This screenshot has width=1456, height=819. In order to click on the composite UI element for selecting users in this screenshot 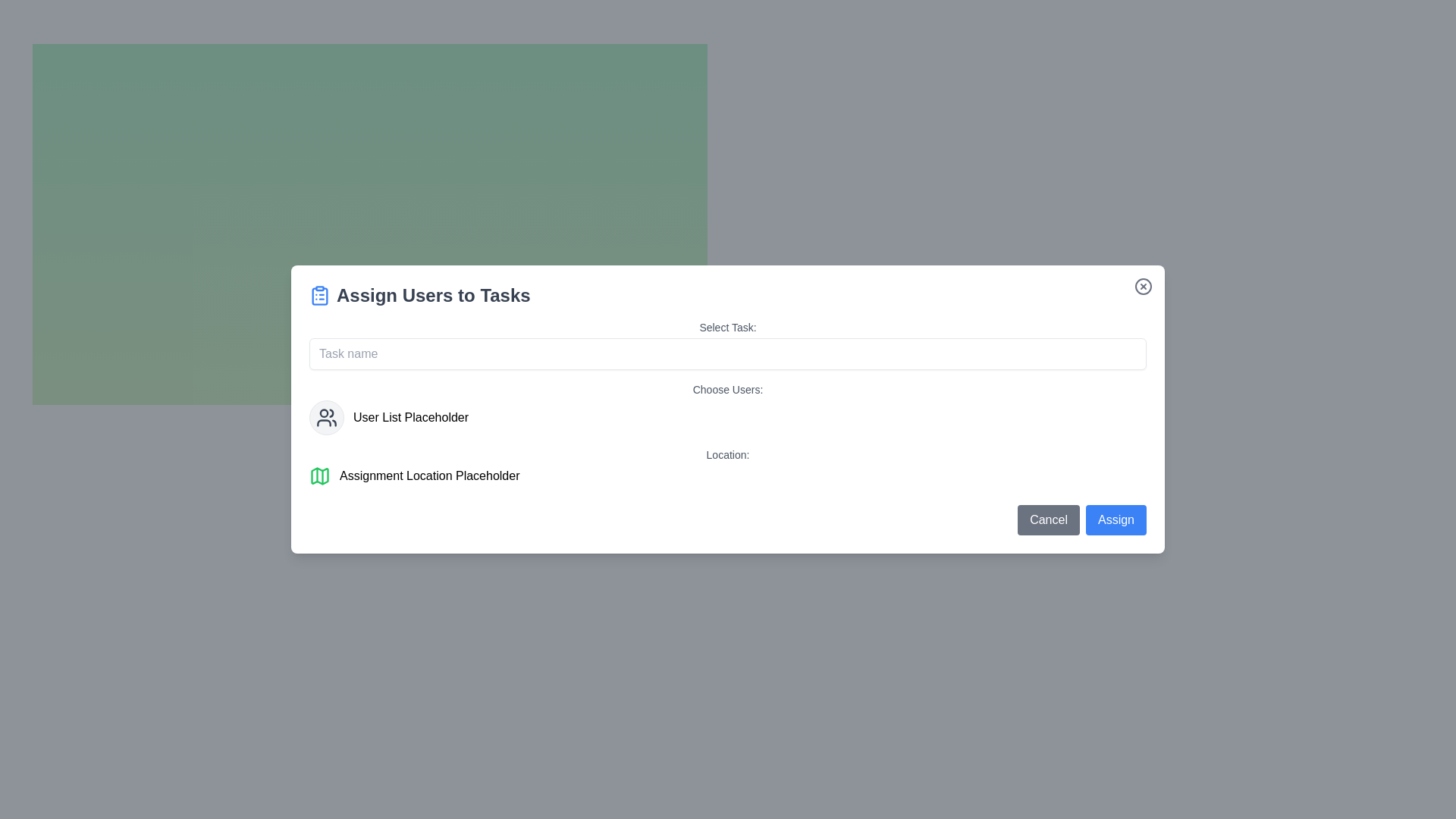, I will do `click(728, 408)`.